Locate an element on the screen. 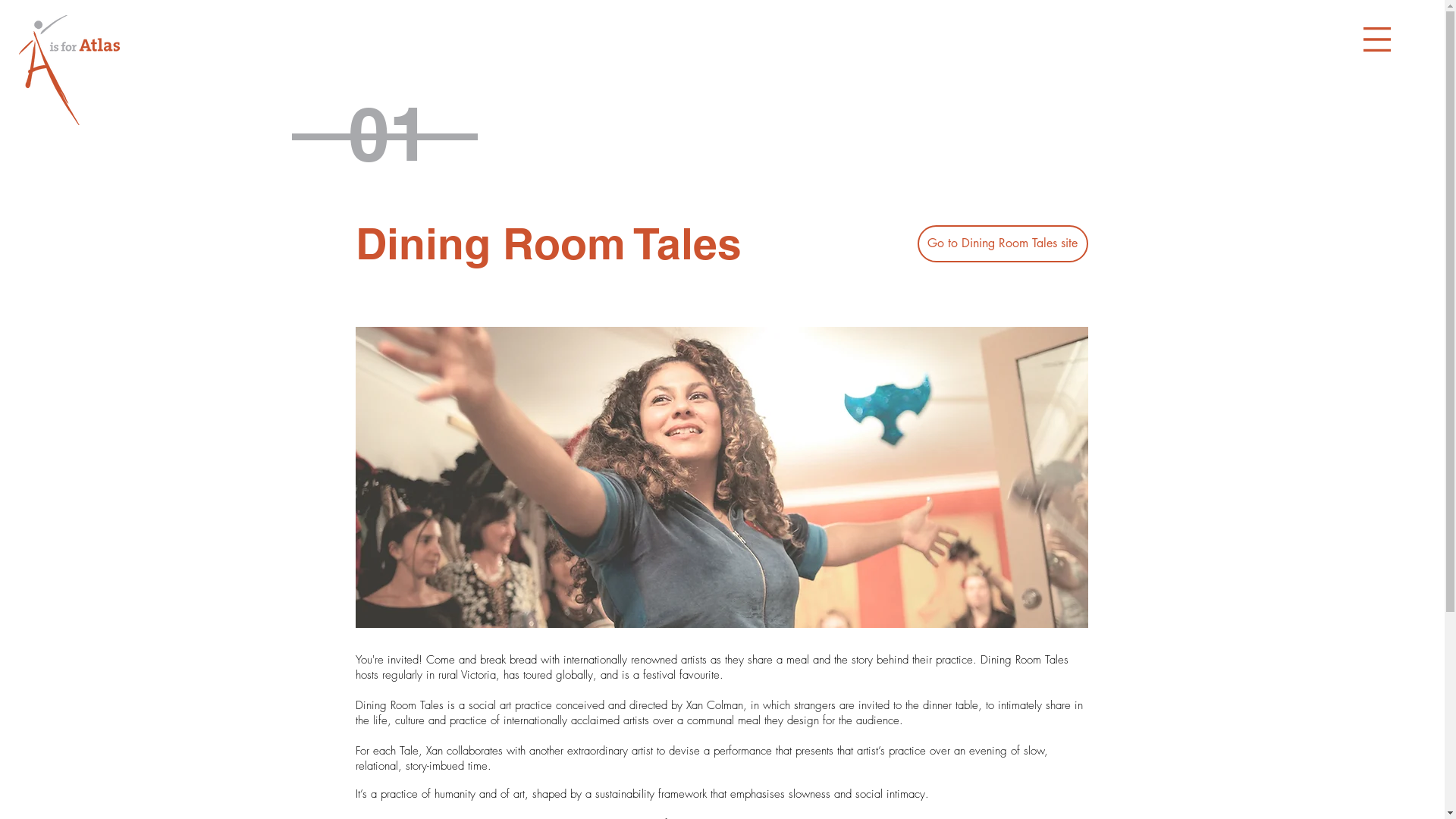 Image resolution: width=1456 pixels, height=819 pixels. 'Go to Dining Room Tales site' is located at coordinates (916, 243).